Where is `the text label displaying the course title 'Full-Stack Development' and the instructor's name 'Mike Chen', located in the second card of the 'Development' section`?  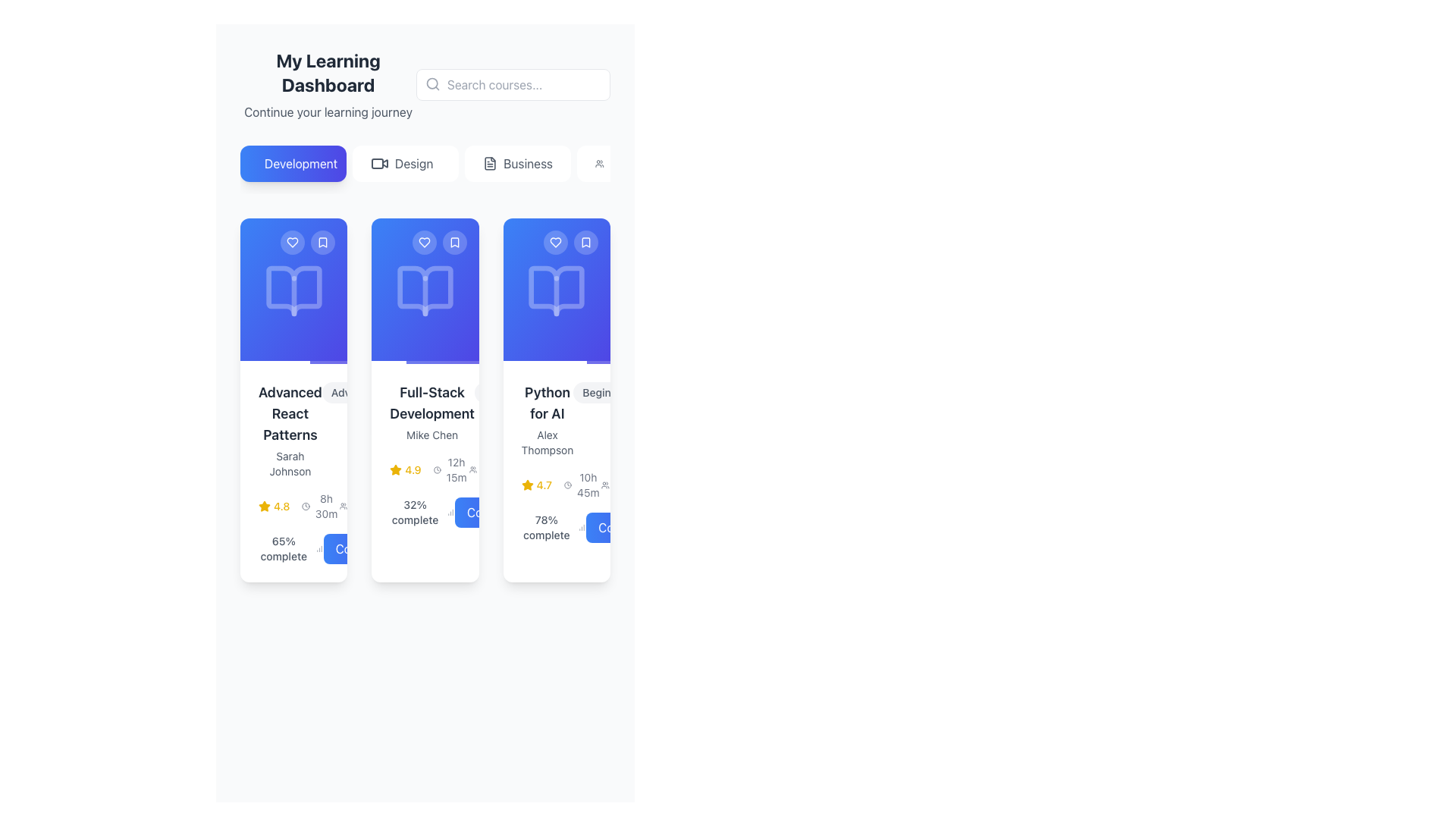
the text label displaying the course title 'Full-Stack Development' and the instructor's name 'Mike Chen', located in the second card of the 'Development' section is located at coordinates (425, 412).